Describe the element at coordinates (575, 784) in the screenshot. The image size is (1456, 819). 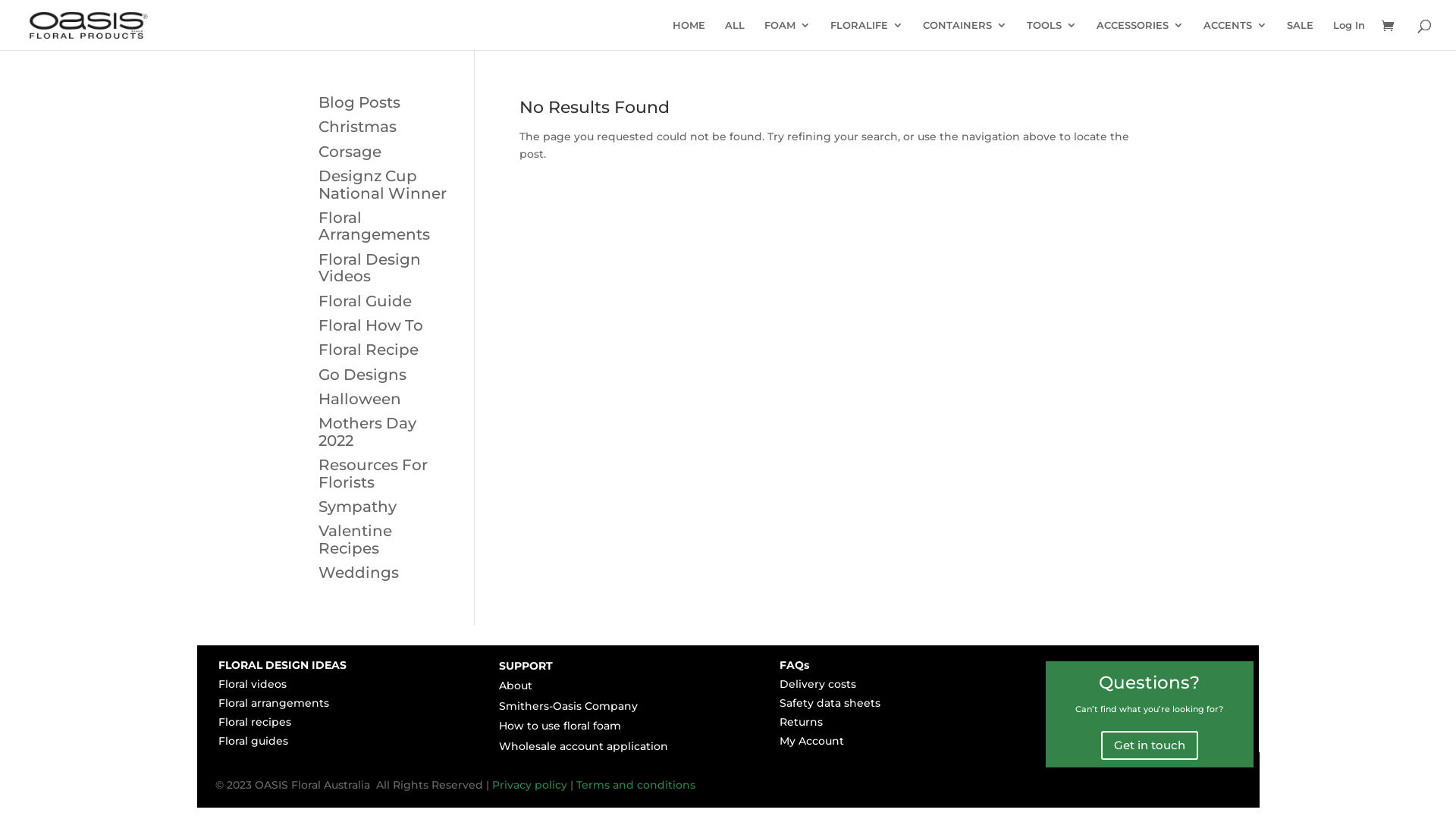
I see `'Terms and conditions'` at that location.